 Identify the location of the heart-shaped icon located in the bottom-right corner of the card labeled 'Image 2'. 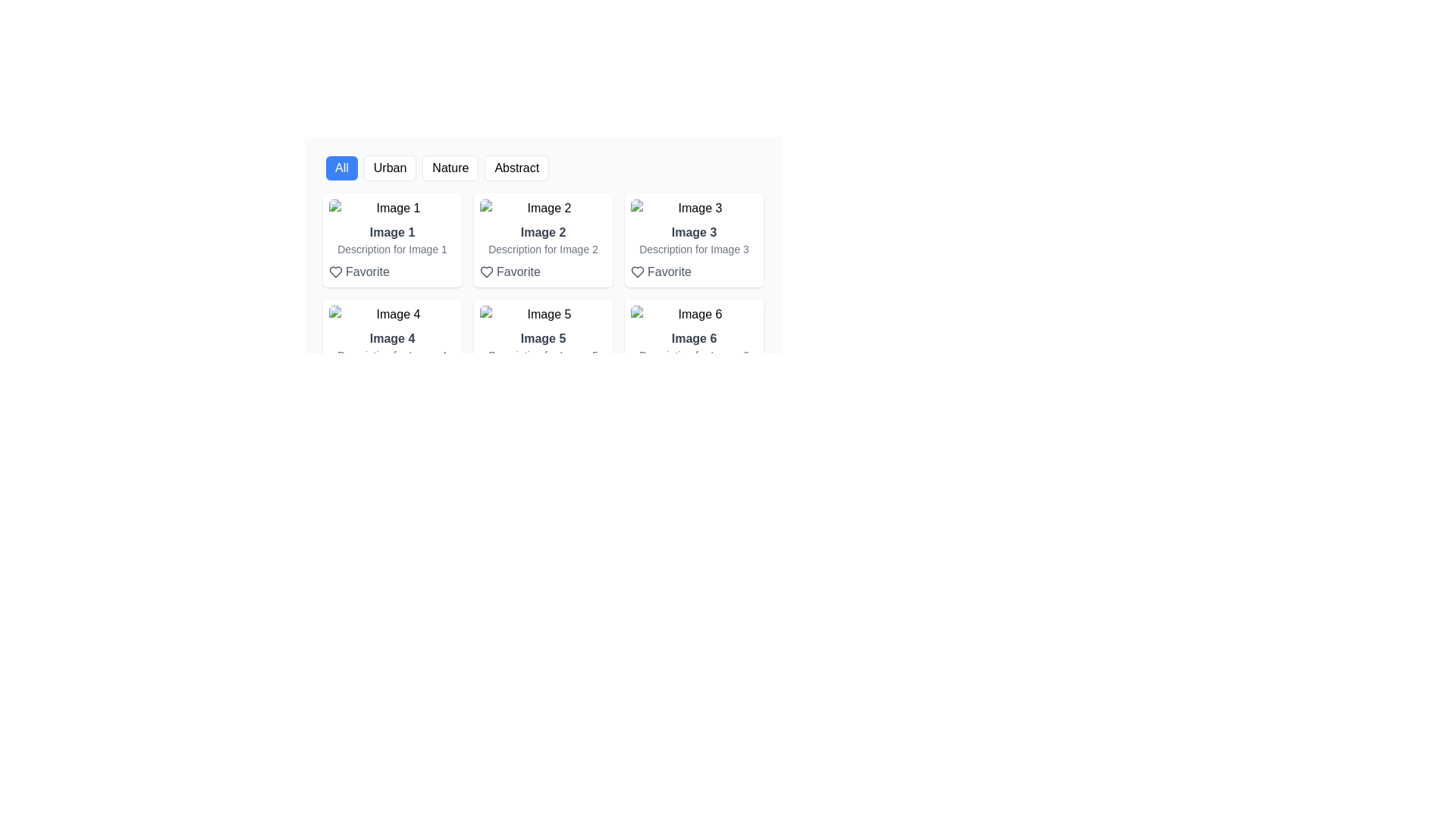
(334, 271).